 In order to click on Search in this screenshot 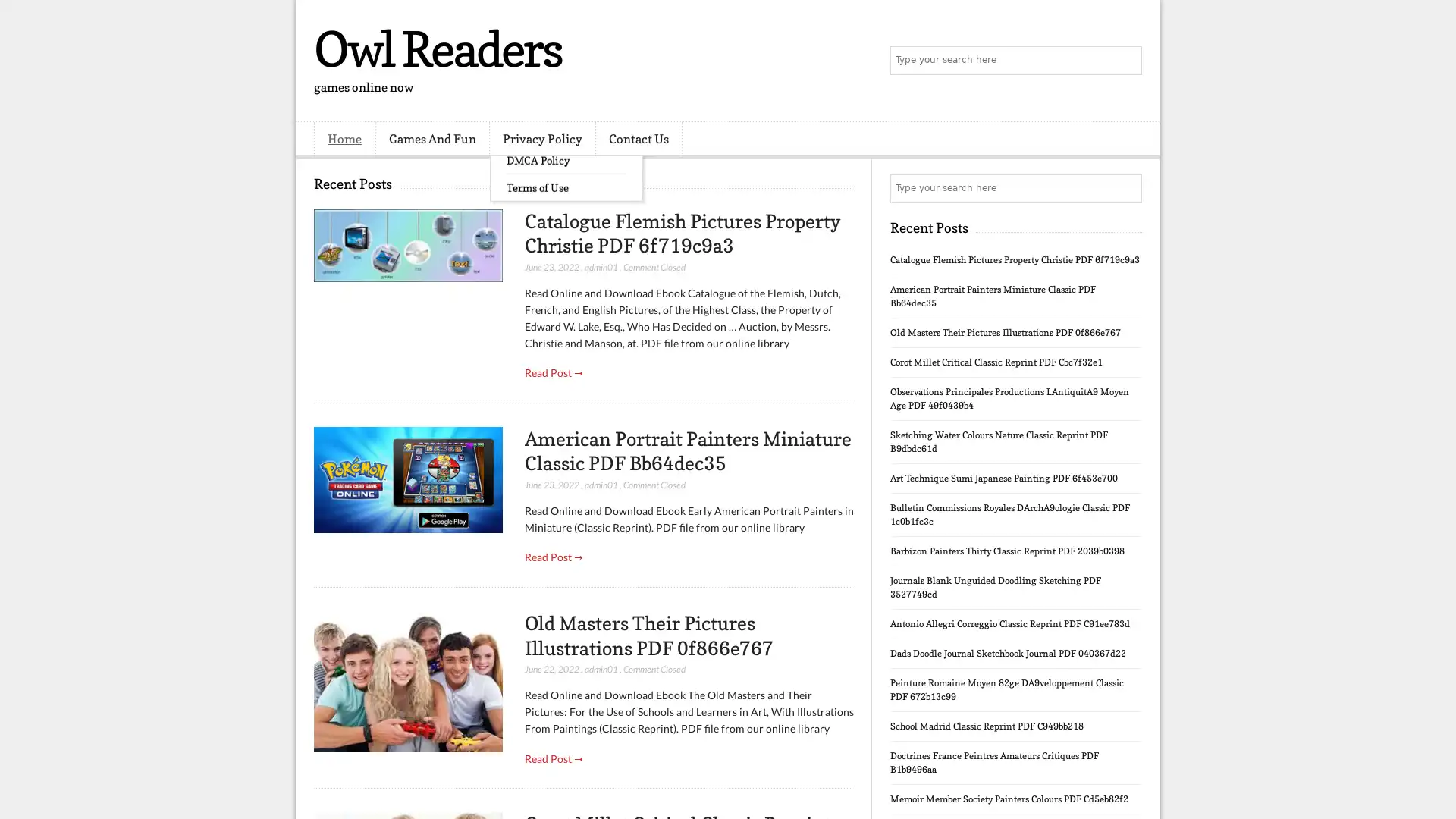, I will do `click(1126, 61)`.